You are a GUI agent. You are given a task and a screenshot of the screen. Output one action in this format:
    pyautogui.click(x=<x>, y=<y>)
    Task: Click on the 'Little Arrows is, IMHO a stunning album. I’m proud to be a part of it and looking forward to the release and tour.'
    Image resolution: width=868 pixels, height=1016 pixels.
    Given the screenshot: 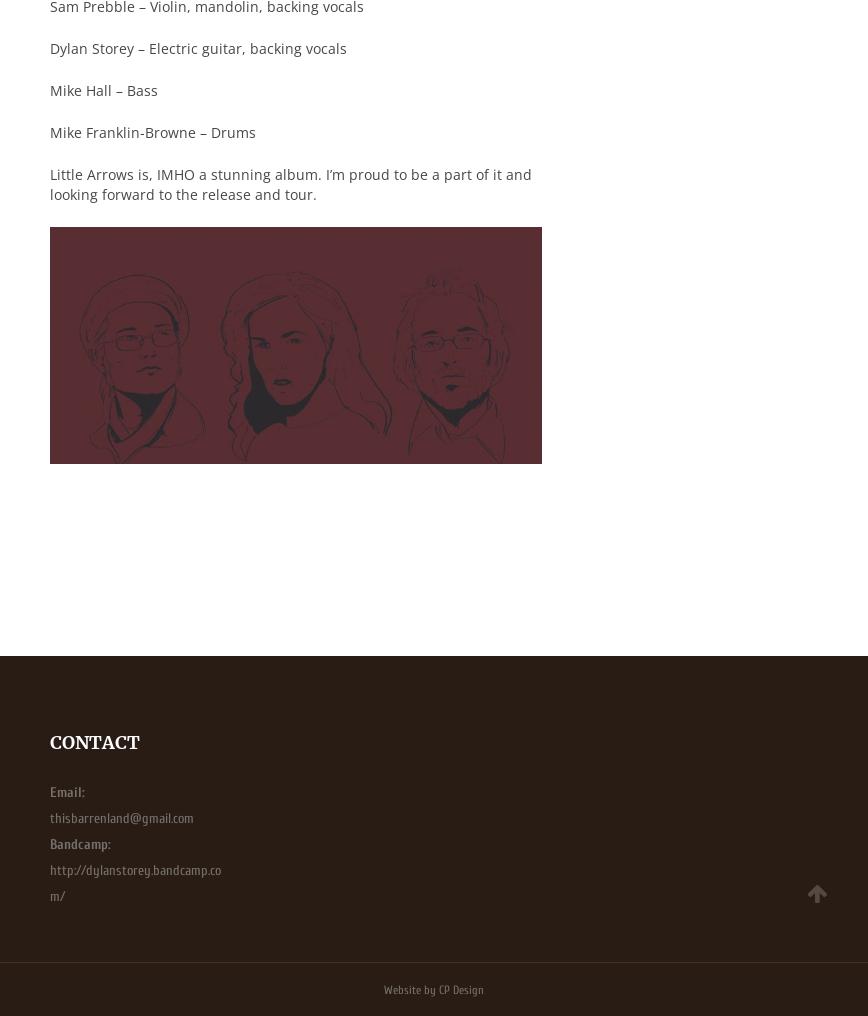 What is the action you would take?
    pyautogui.click(x=291, y=183)
    